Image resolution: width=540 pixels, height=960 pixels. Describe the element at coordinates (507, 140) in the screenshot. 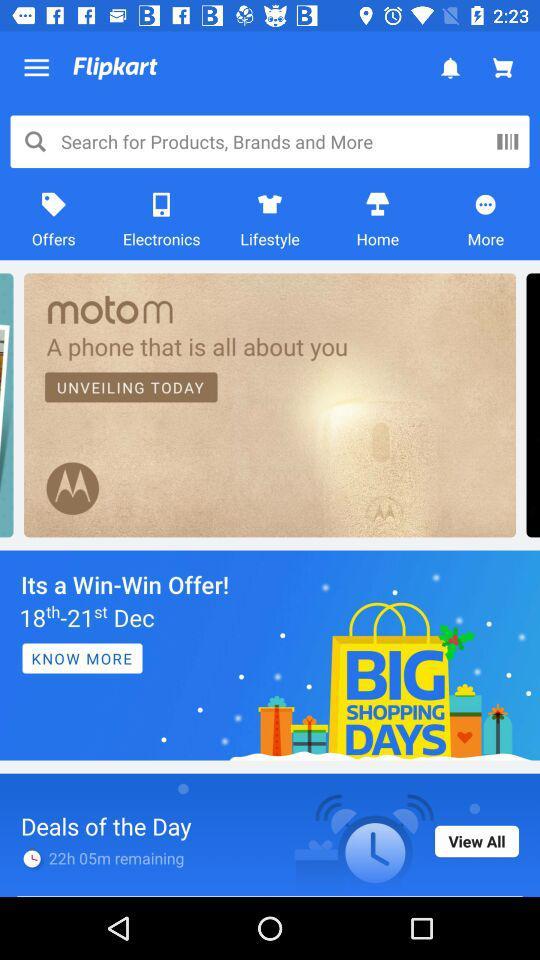

I see `the pause icon` at that location.